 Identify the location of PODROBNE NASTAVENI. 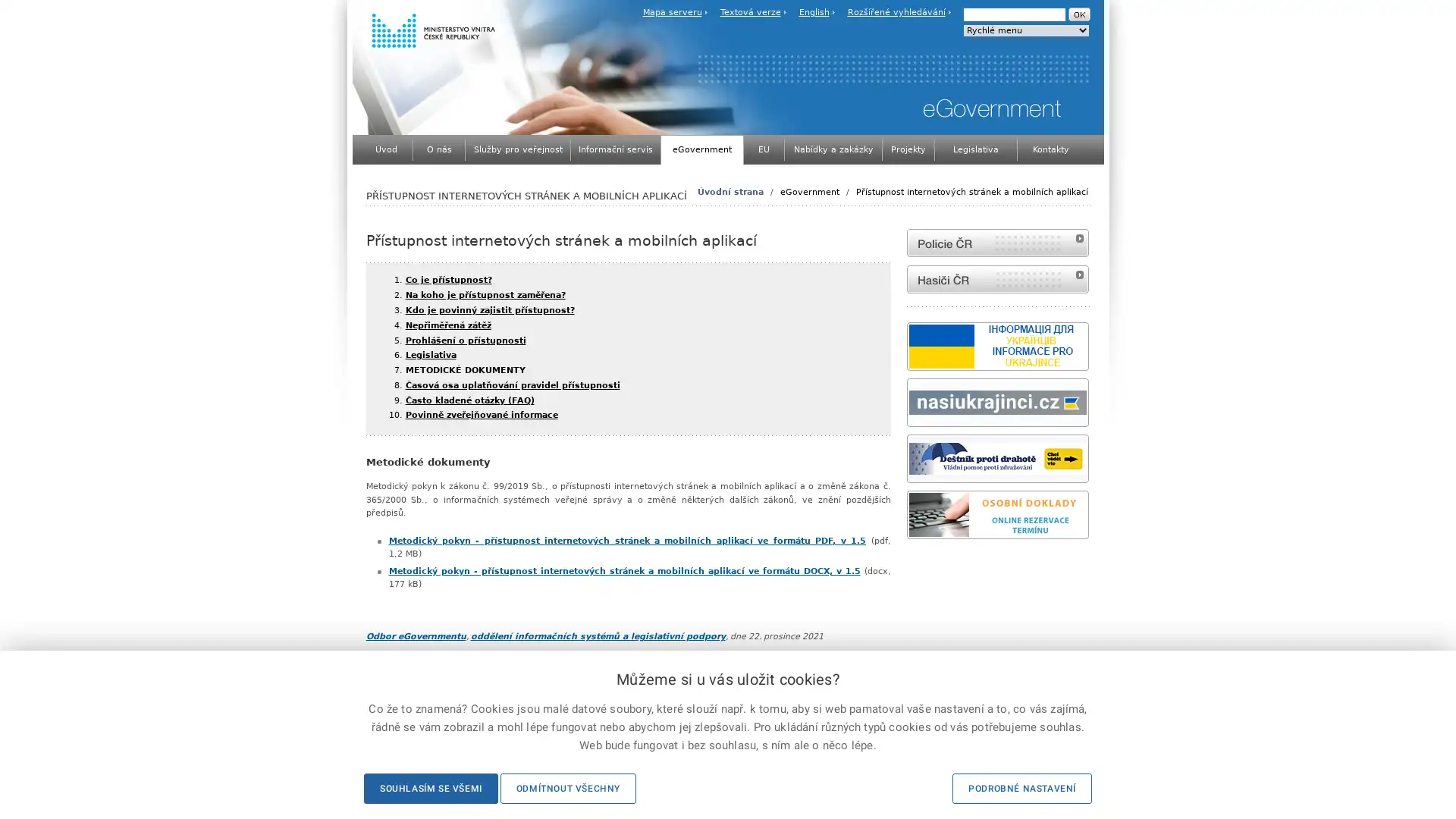
(1022, 788).